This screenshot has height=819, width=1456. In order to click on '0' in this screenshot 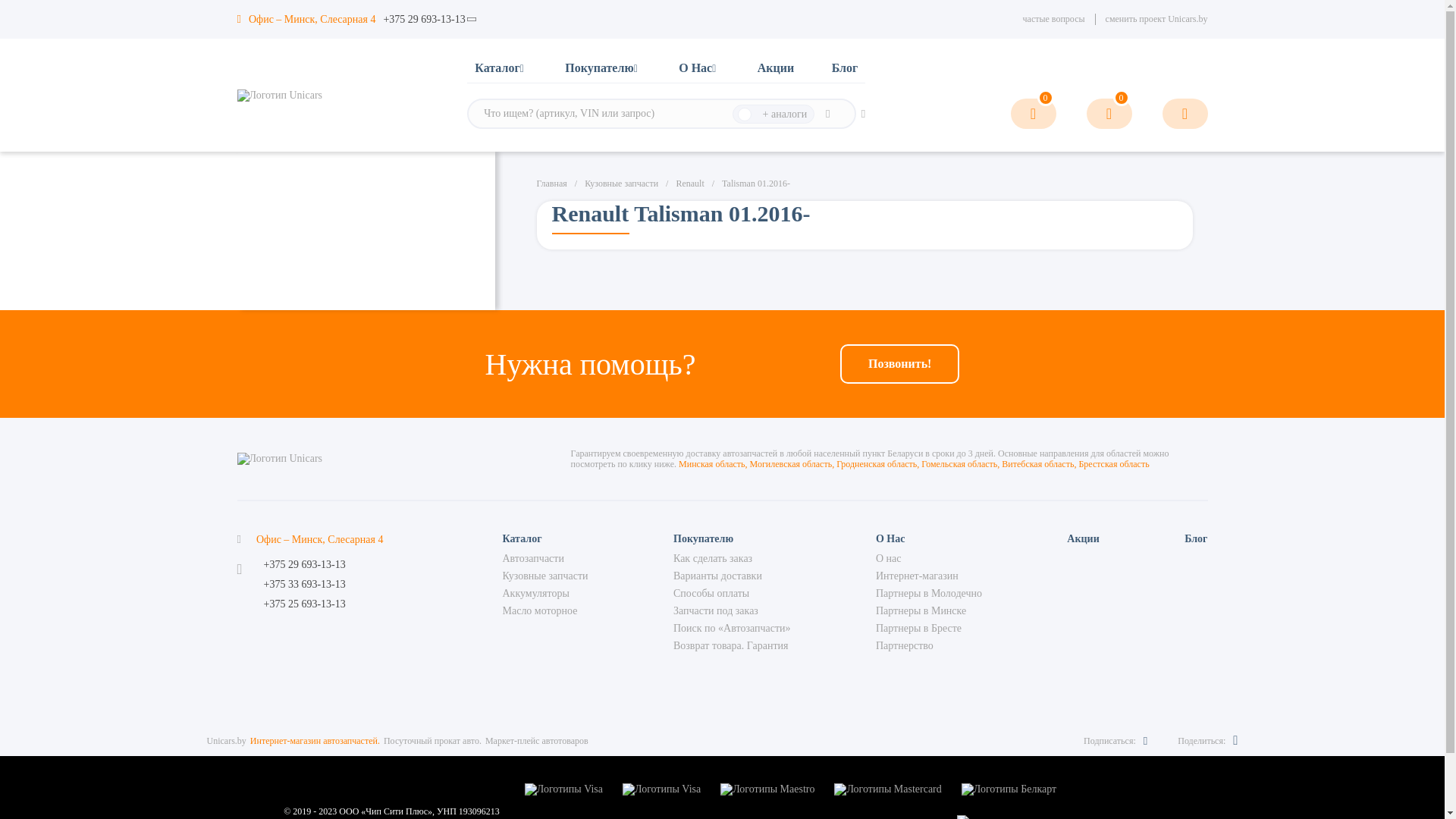, I will do `click(1109, 113)`.